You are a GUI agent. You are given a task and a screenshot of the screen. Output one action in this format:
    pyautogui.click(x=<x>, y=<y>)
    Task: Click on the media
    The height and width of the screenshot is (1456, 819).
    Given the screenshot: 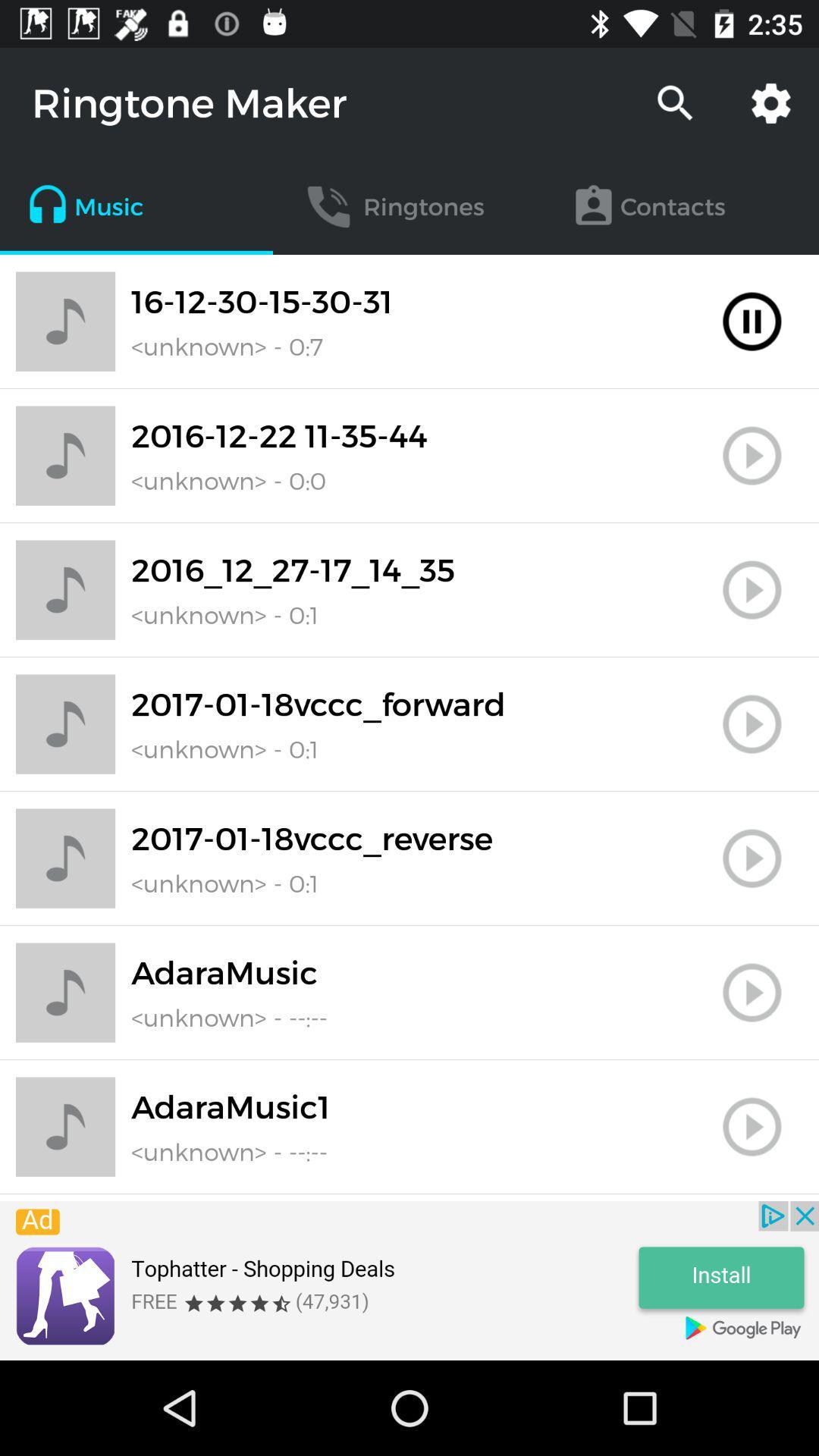 What is the action you would take?
    pyautogui.click(x=752, y=858)
    